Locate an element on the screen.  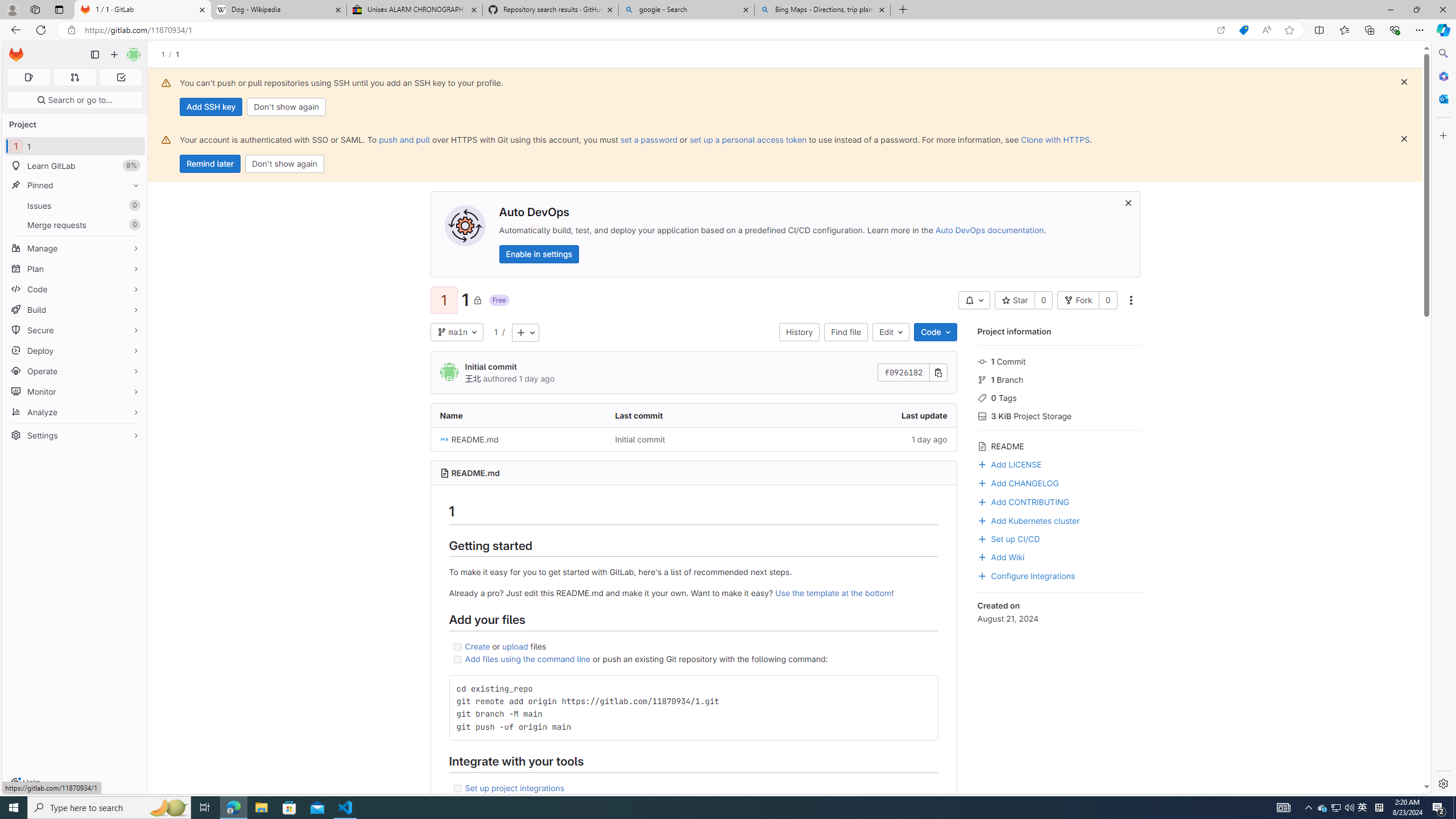
'upload' is located at coordinates (515, 646).